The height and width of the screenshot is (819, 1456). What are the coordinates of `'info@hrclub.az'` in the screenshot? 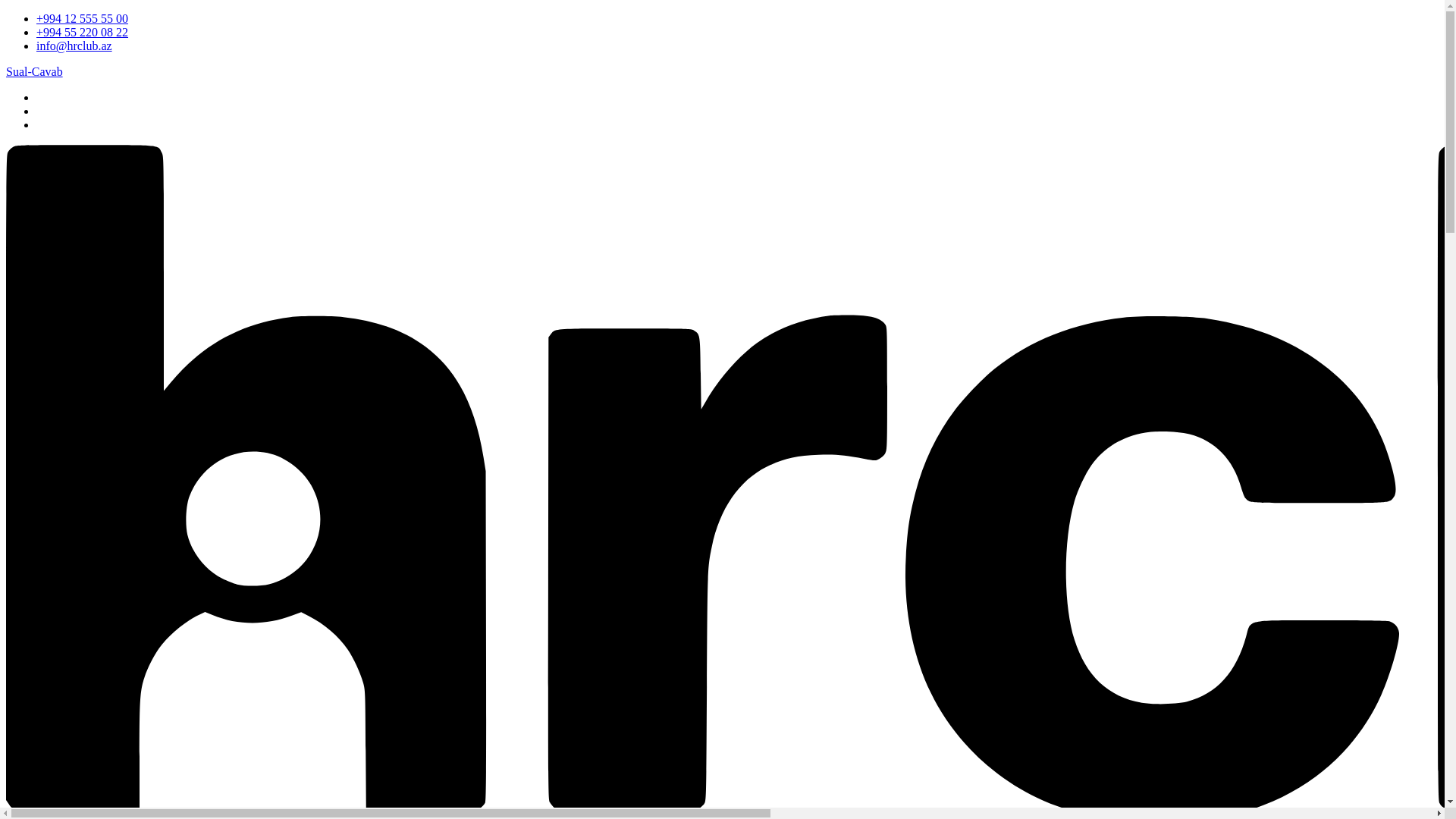 It's located at (73, 45).